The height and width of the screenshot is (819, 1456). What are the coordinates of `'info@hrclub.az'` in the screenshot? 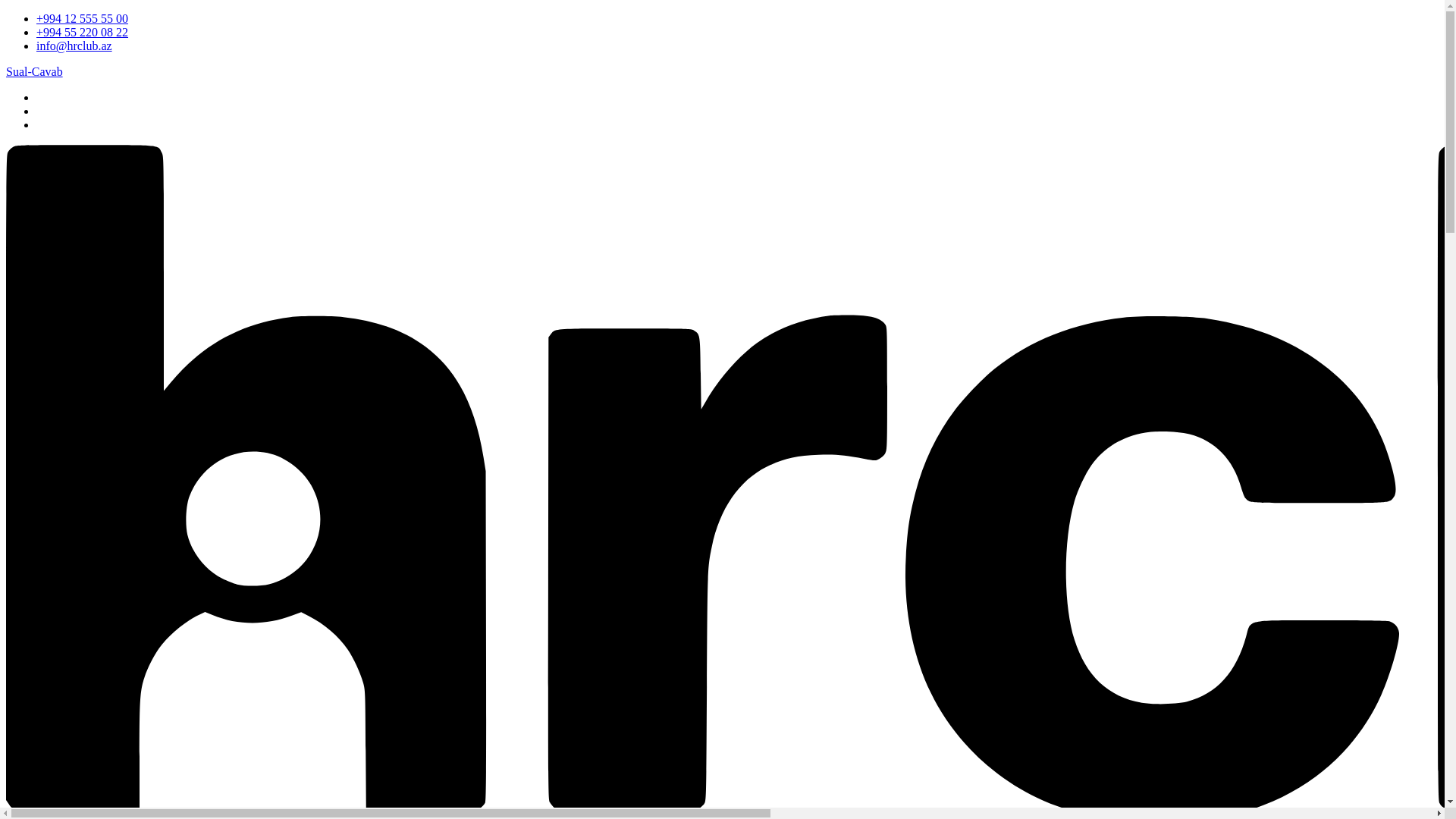 It's located at (73, 45).